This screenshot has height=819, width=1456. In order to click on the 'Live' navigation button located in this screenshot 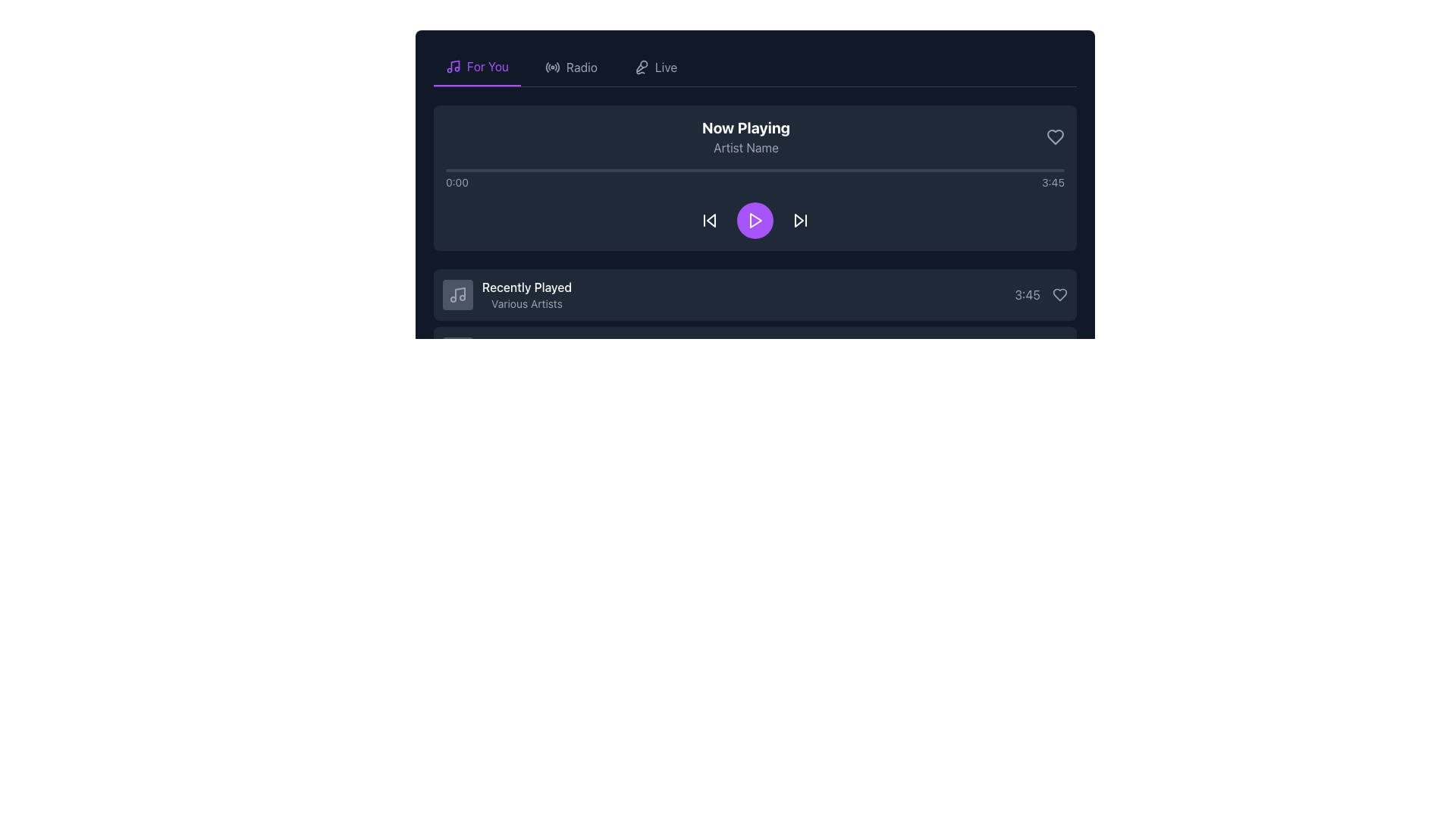, I will do `click(655, 66)`.